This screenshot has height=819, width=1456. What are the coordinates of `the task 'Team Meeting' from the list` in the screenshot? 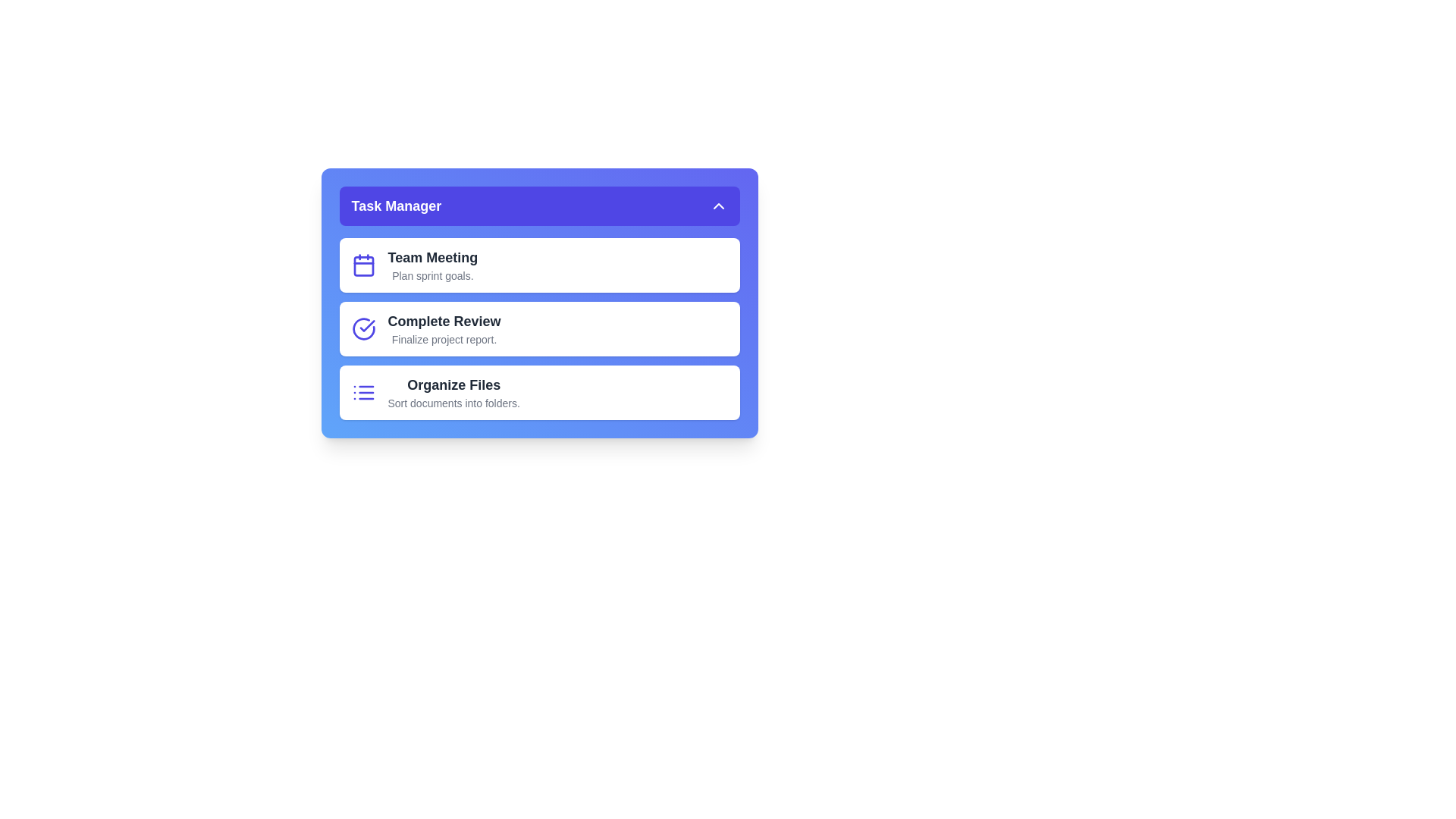 It's located at (539, 265).